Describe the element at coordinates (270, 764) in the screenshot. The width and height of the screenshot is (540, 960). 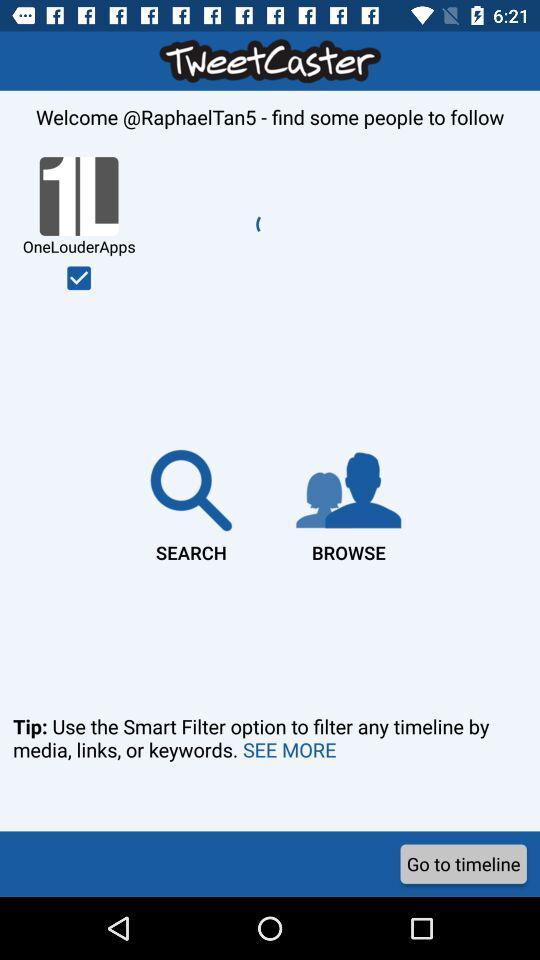
I see `the tip use the item` at that location.